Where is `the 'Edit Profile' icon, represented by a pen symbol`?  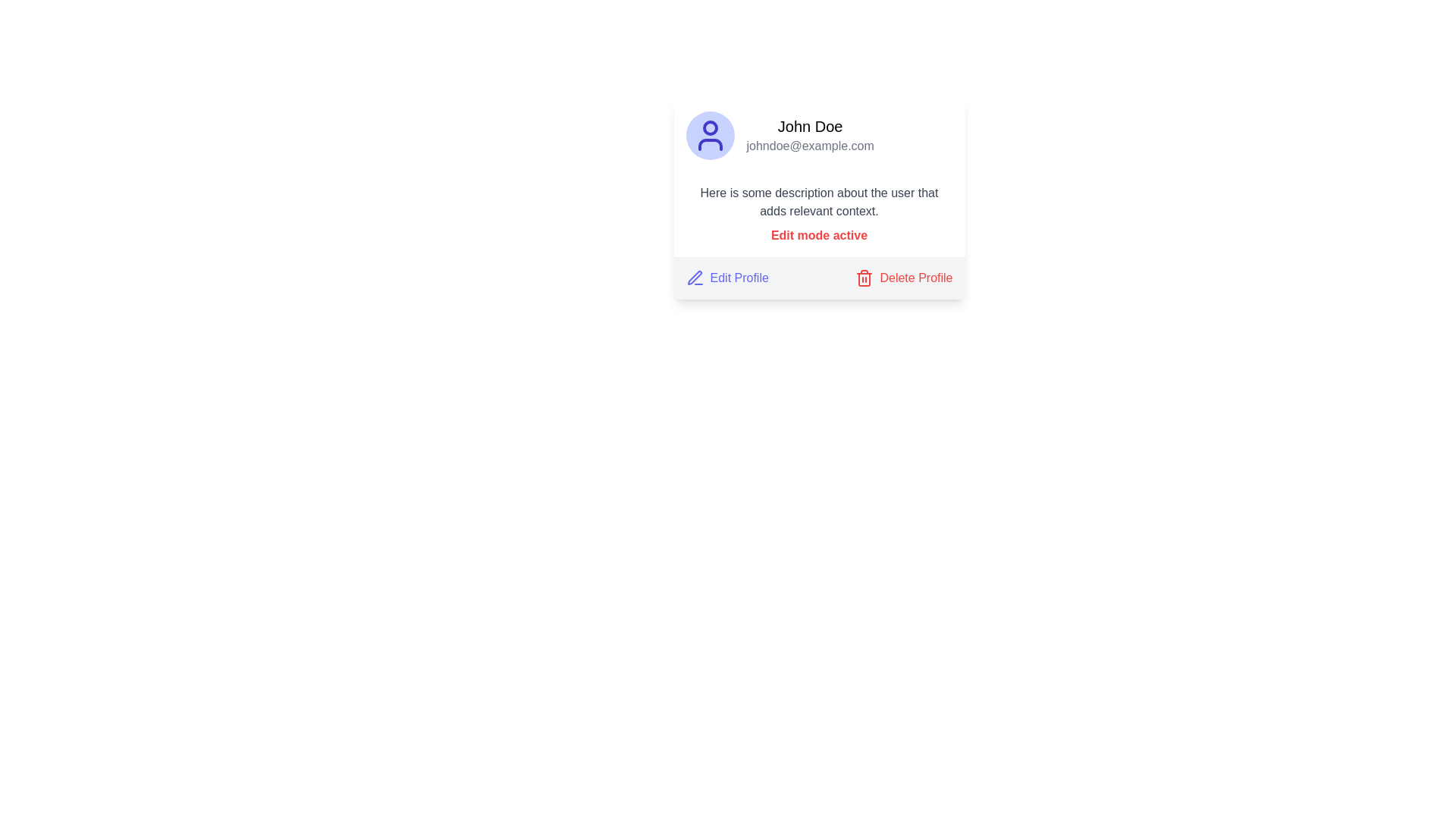 the 'Edit Profile' icon, represented by a pen symbol is located at coordinates (694, 278).